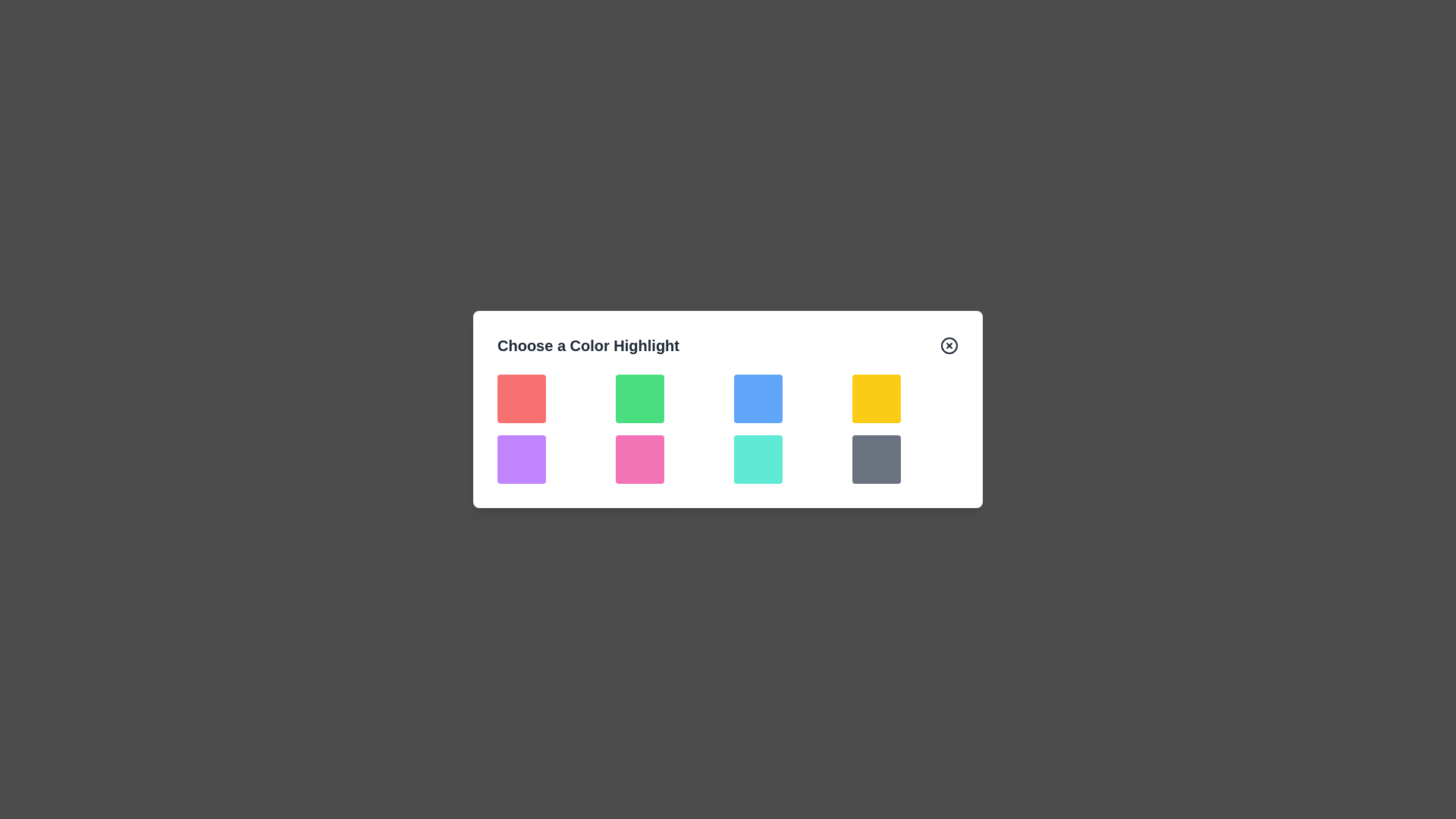 The height and width of the screenshot is (819, 1456). I want to click on the color block corresponding to red, so click(521, 397).